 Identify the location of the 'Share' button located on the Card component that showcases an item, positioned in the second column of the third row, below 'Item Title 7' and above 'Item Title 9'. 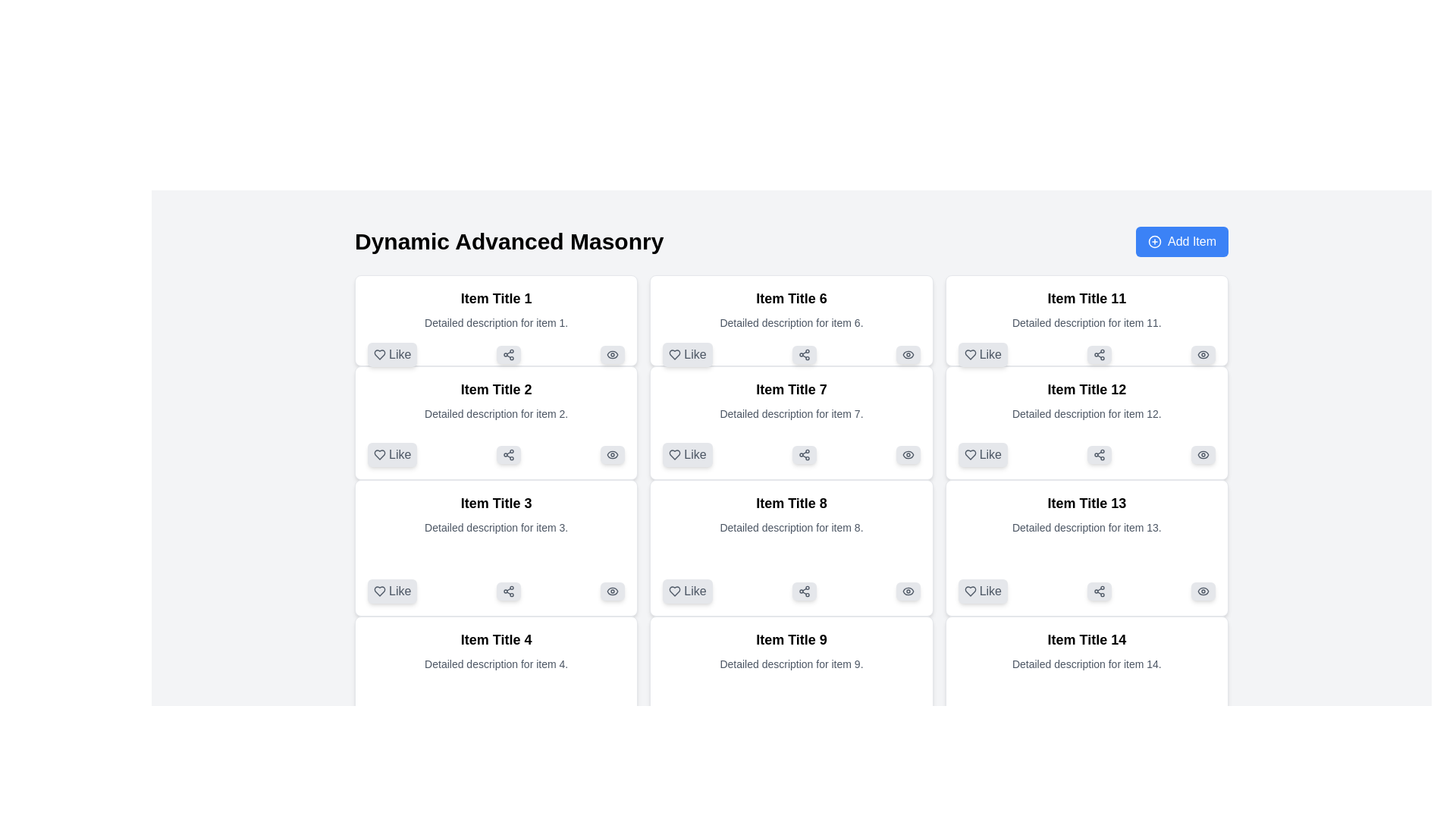
(790, 548).